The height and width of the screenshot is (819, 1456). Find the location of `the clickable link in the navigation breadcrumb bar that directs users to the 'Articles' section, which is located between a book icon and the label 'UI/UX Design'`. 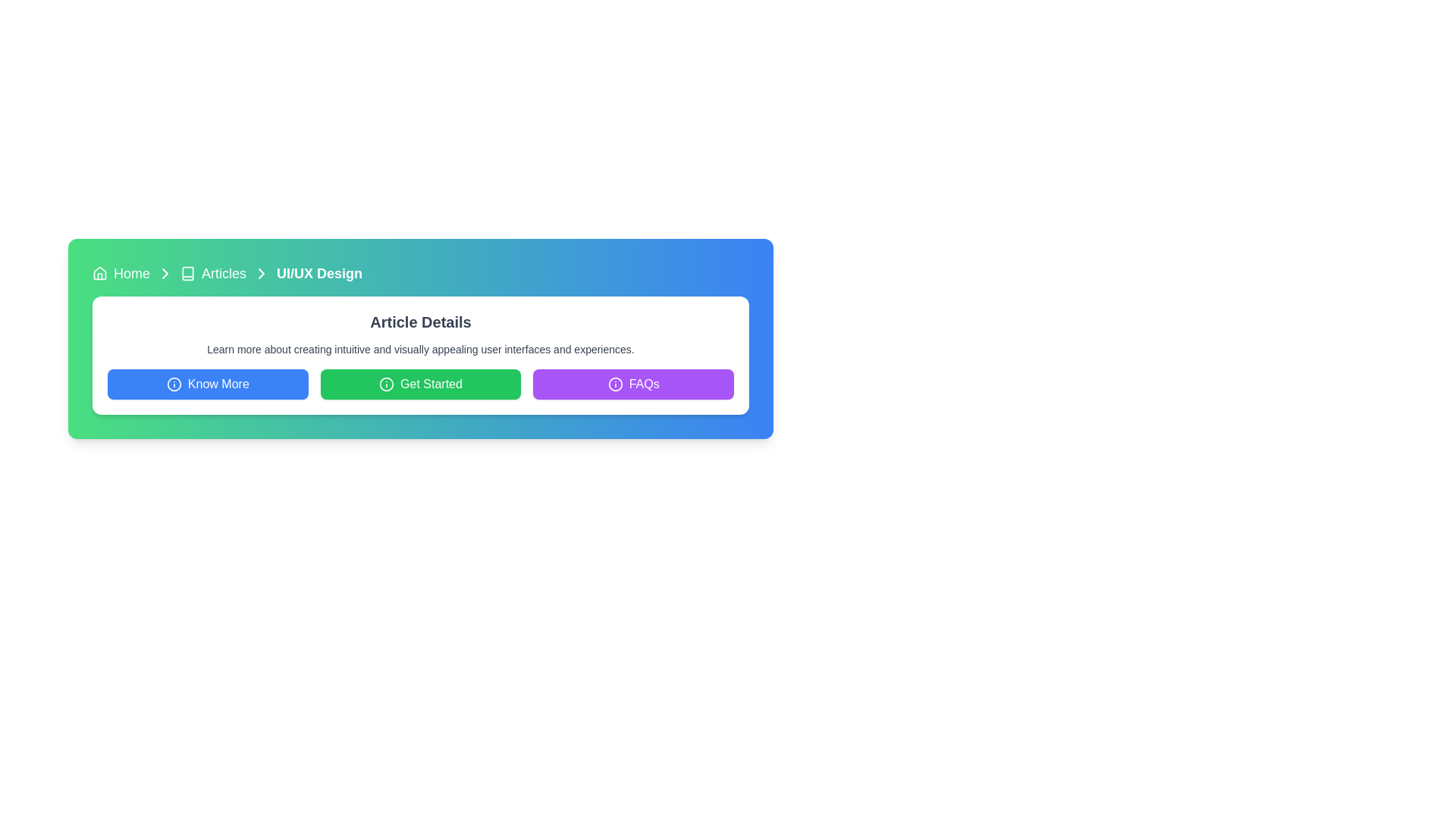

the clickable link in the navigation breadcrumb bar that directs users to the 'Articles' section, which is located between a book icon and the label 'UI/UX Design' is located at coordinates (223, 274).